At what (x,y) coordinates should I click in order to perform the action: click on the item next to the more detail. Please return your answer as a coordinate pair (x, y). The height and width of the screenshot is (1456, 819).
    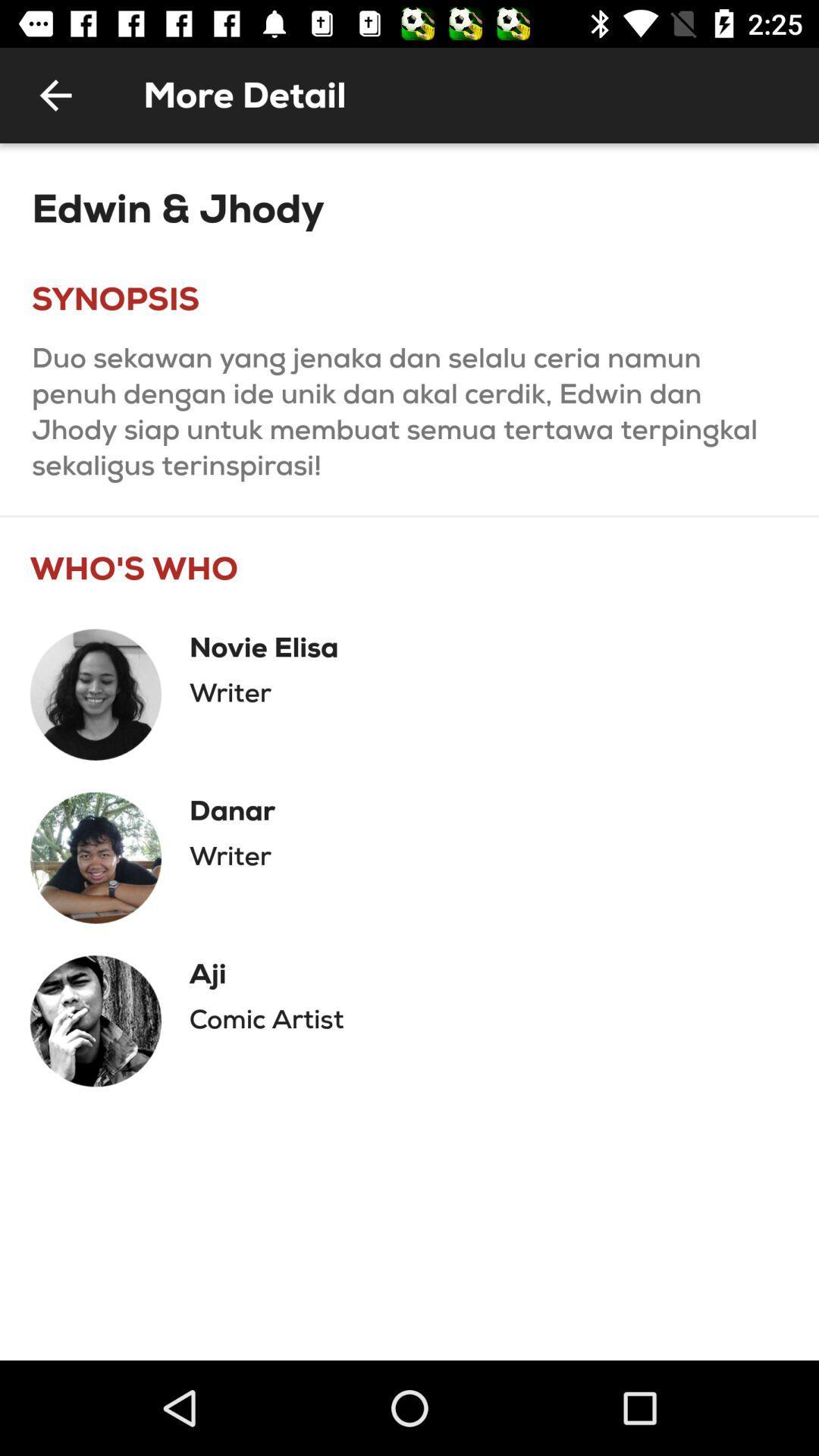
    Looking at the image, I should click on (55, 94).